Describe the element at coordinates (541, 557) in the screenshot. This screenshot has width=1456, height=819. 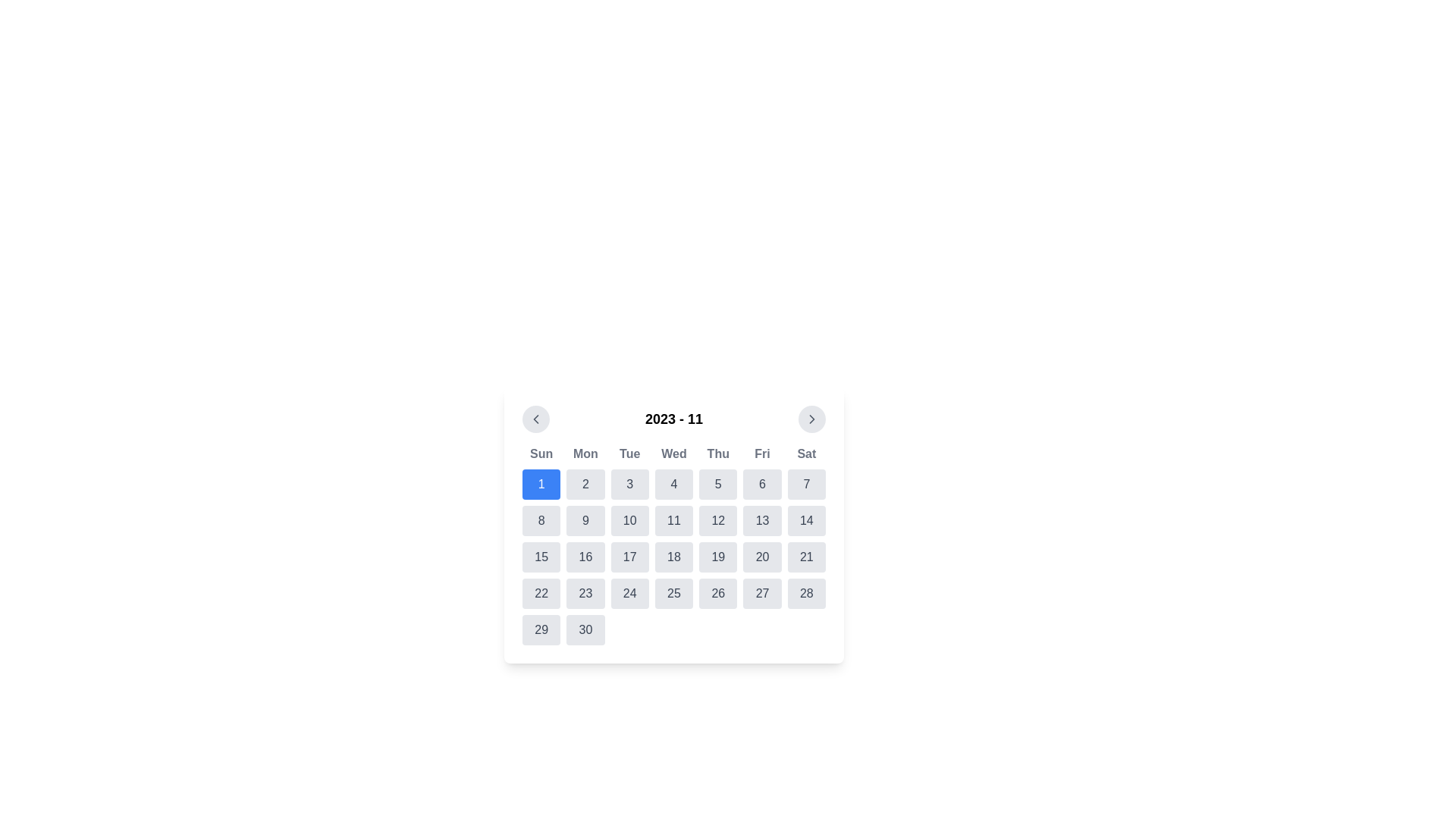
I see `the gray rectangular button with rounded corners labeled '15', which represents the fifteenth day in the calendar view` at that location.